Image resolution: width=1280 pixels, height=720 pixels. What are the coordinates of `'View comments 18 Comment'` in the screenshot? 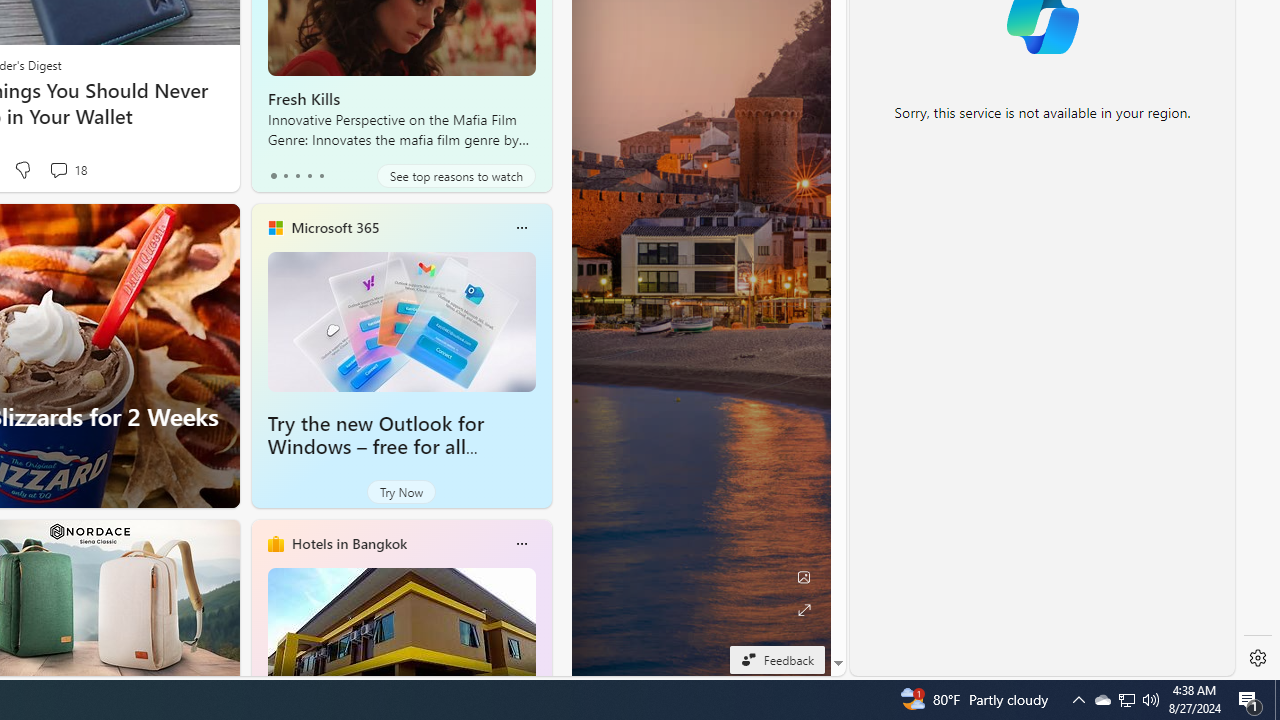 It's located at (58, 168).